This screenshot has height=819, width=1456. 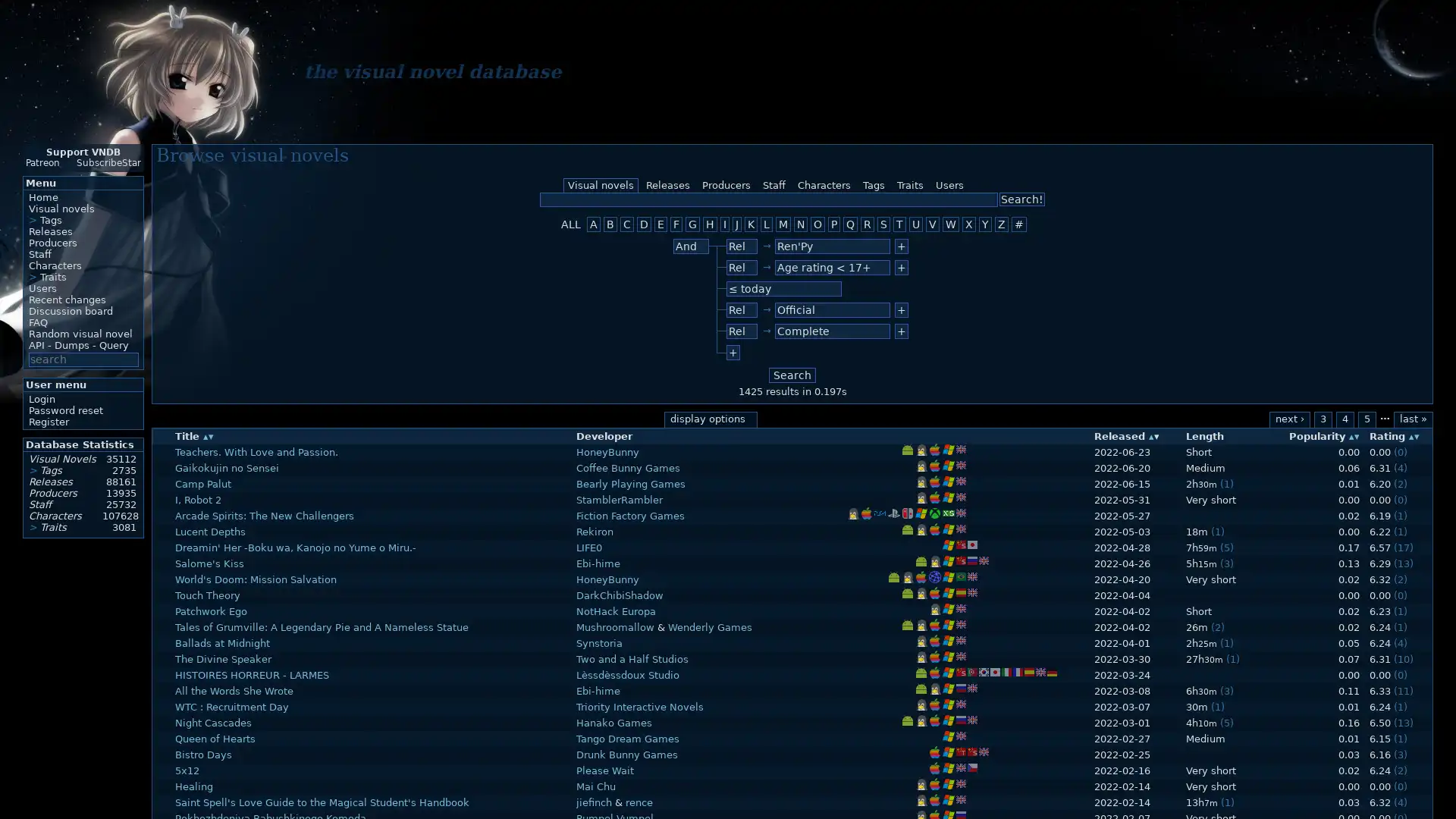 What do you see at coordinates (783, 224) in the screenshot?
I see `M` at bounding box center [783, 224].